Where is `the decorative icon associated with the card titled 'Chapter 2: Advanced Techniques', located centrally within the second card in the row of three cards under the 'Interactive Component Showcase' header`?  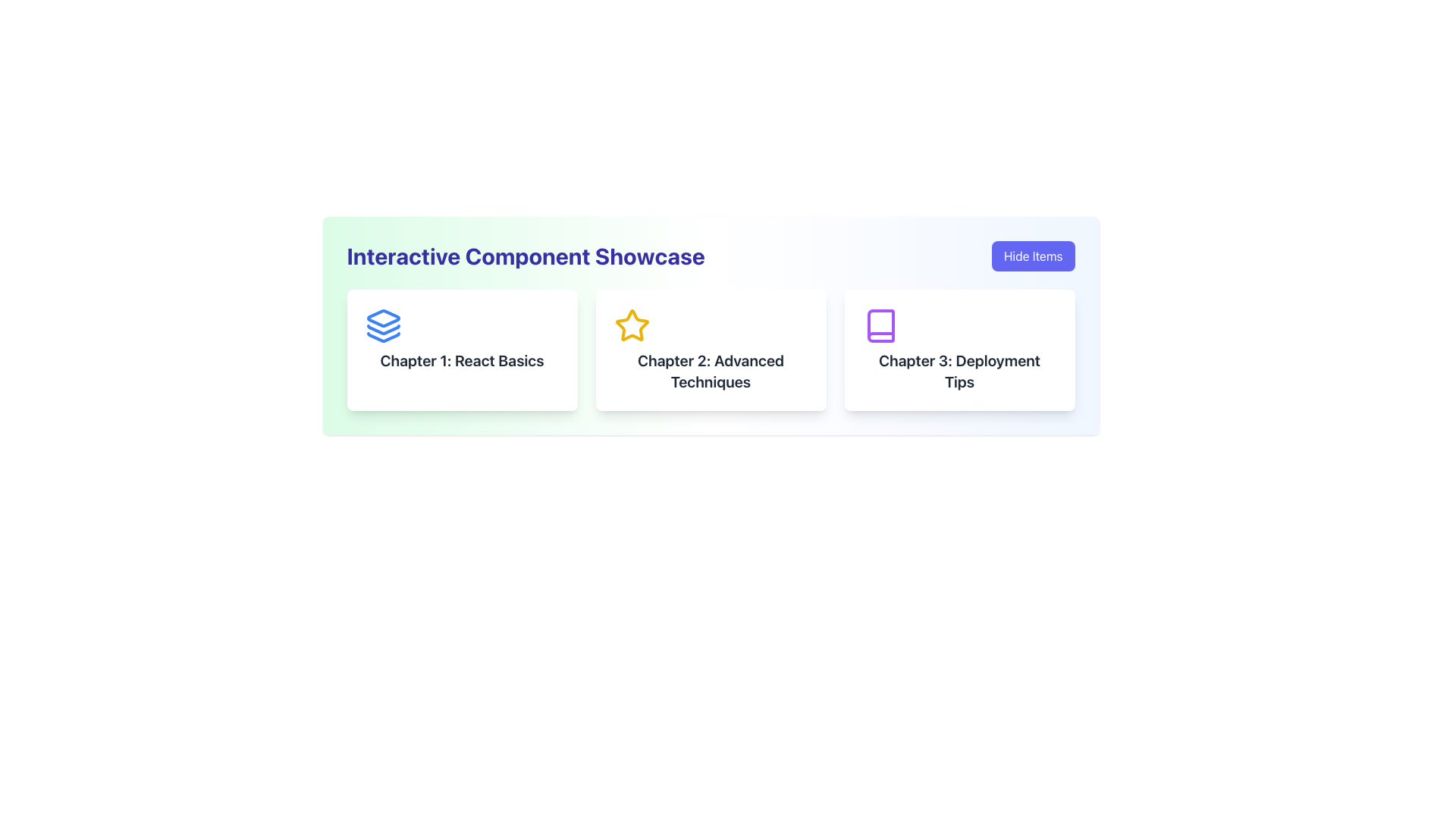
the decorative icon associated with the card titled 'Chapter 2: Advanced Techniques', located centrally within the second card in the row of three cards under the 'Interactive Component Showcase' header is located at coordinates (632, 325).